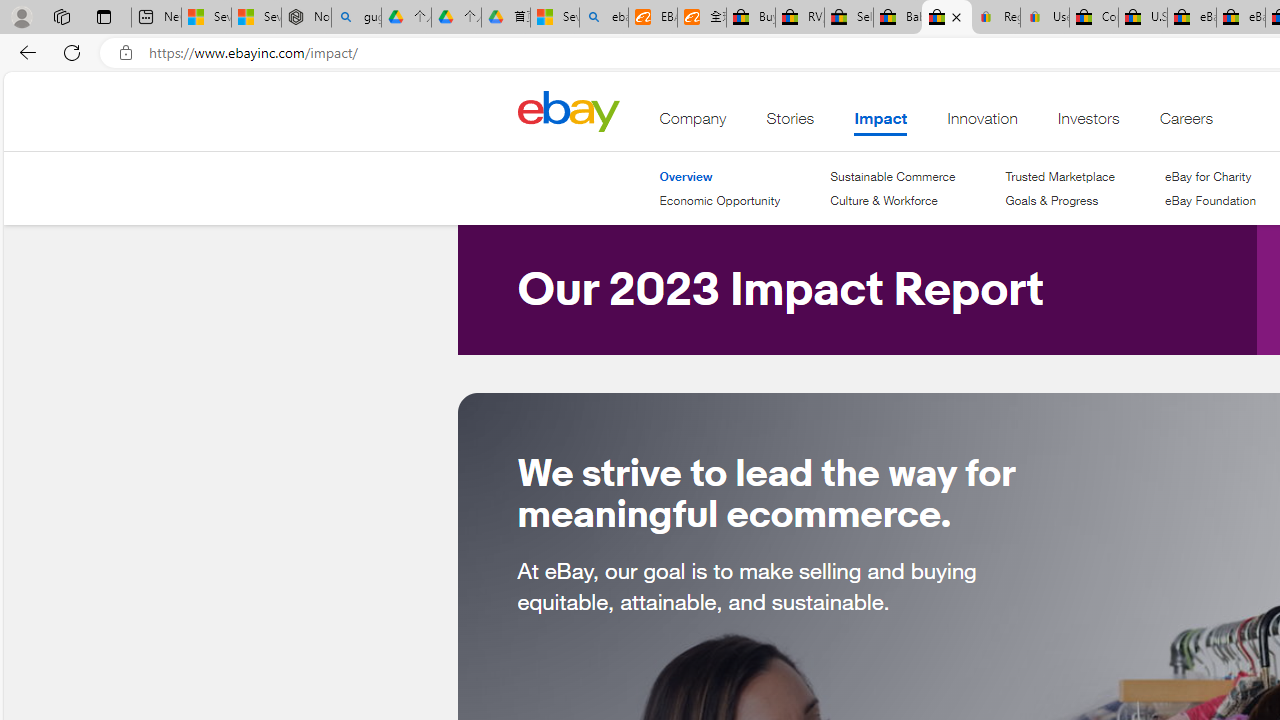  Describe the element at coordinates (882, 200) in the screenshot. I see `'Culture & Workforce'` at that location.